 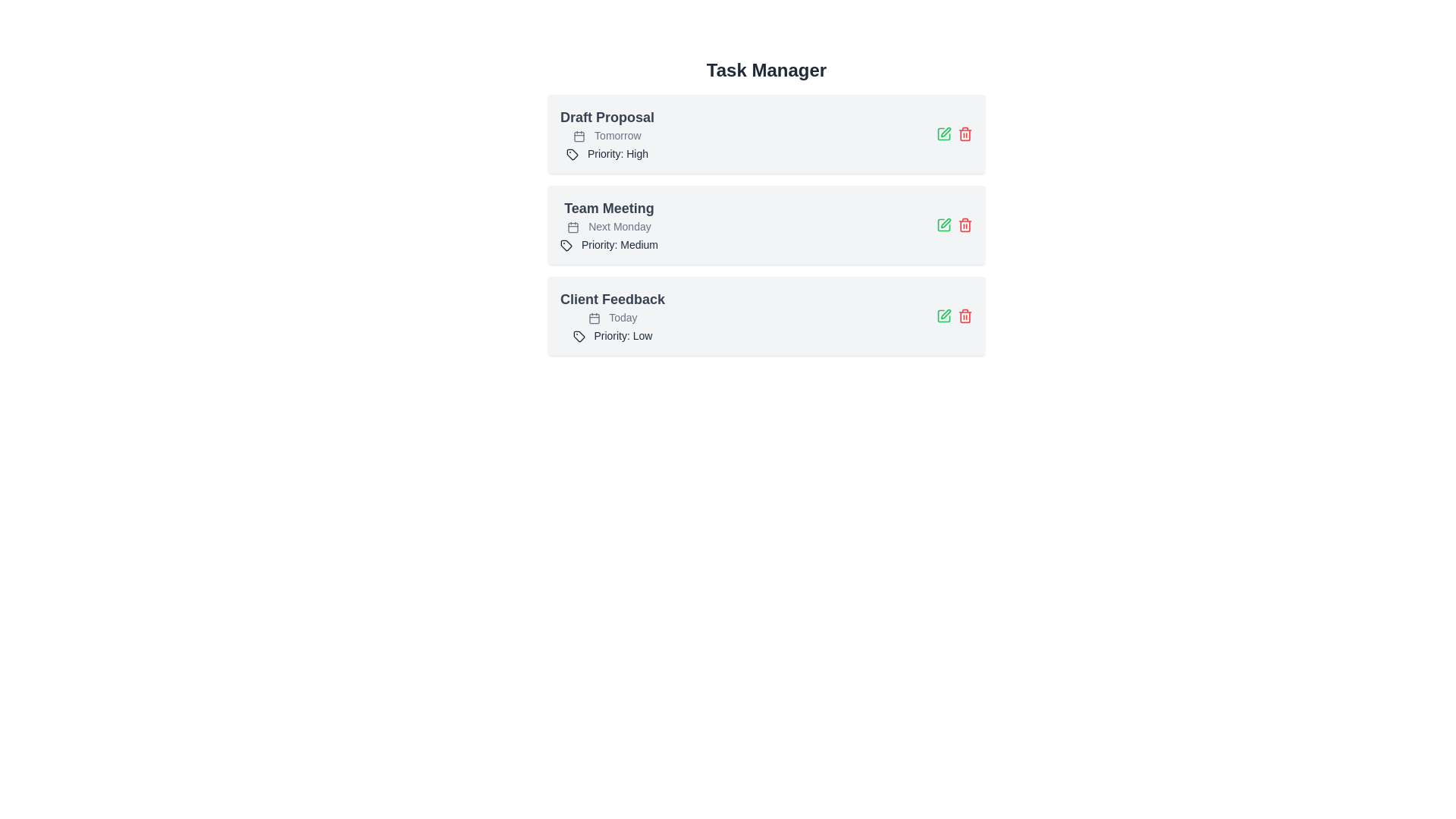 I want to click on the small tag-shaped icon in the 'Priority: Low' row of the 'Client Feedback' section, located to the left of the label 'Priority: Low', so click(x=578, y=336).